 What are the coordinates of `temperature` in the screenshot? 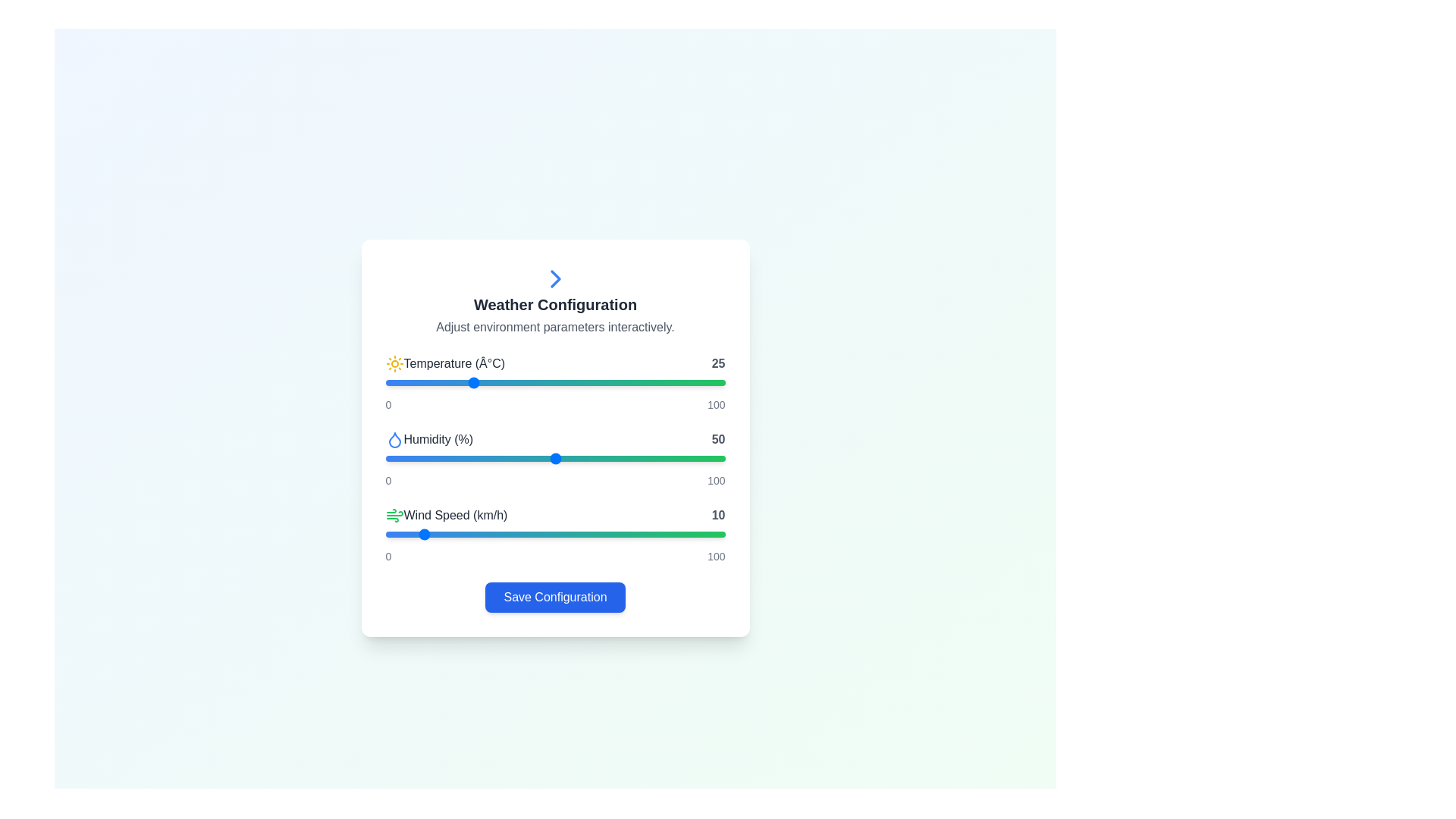 It's located at (456, 382).